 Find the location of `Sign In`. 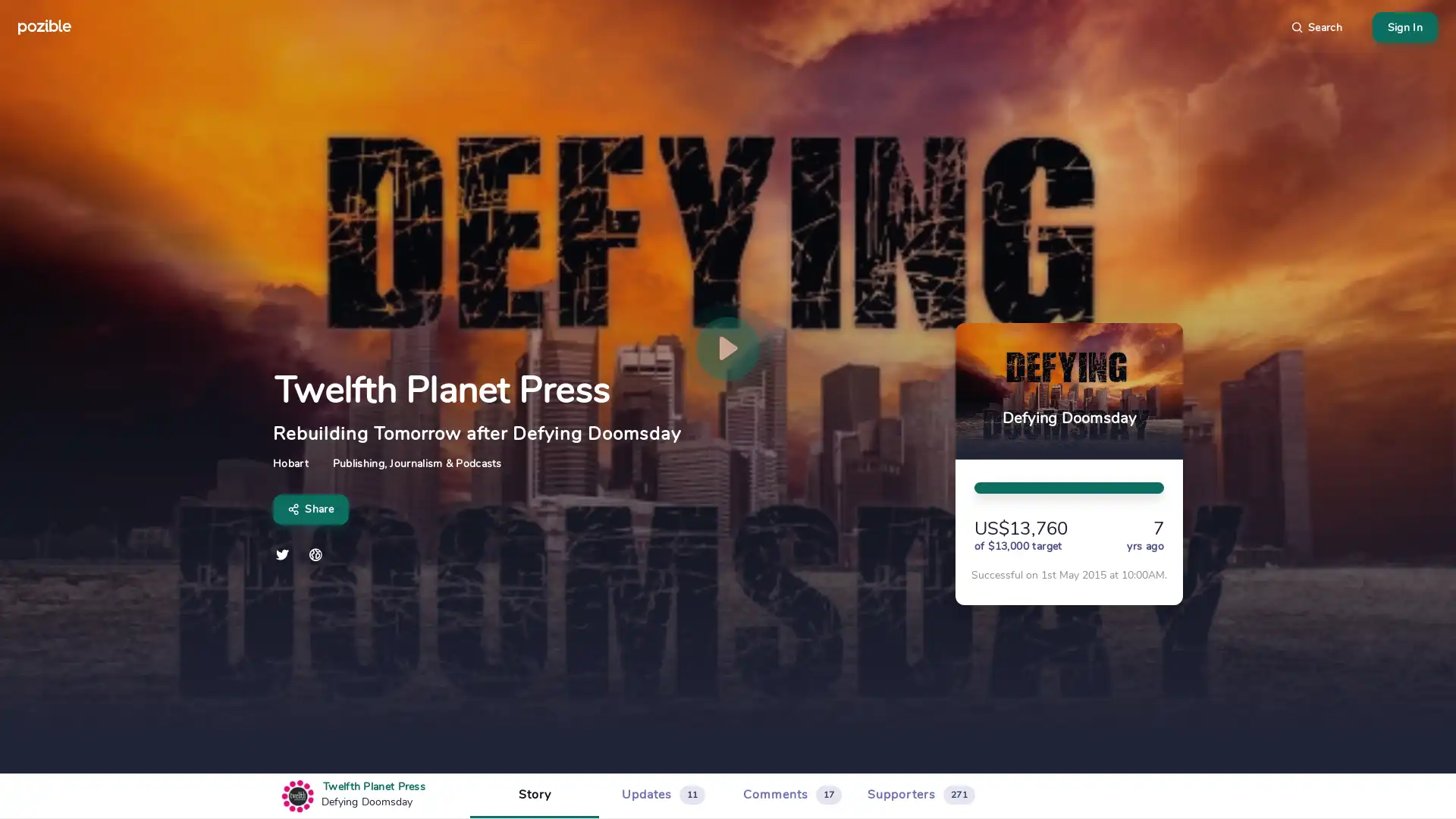

Sign In is located at coordinates (1404, 27).